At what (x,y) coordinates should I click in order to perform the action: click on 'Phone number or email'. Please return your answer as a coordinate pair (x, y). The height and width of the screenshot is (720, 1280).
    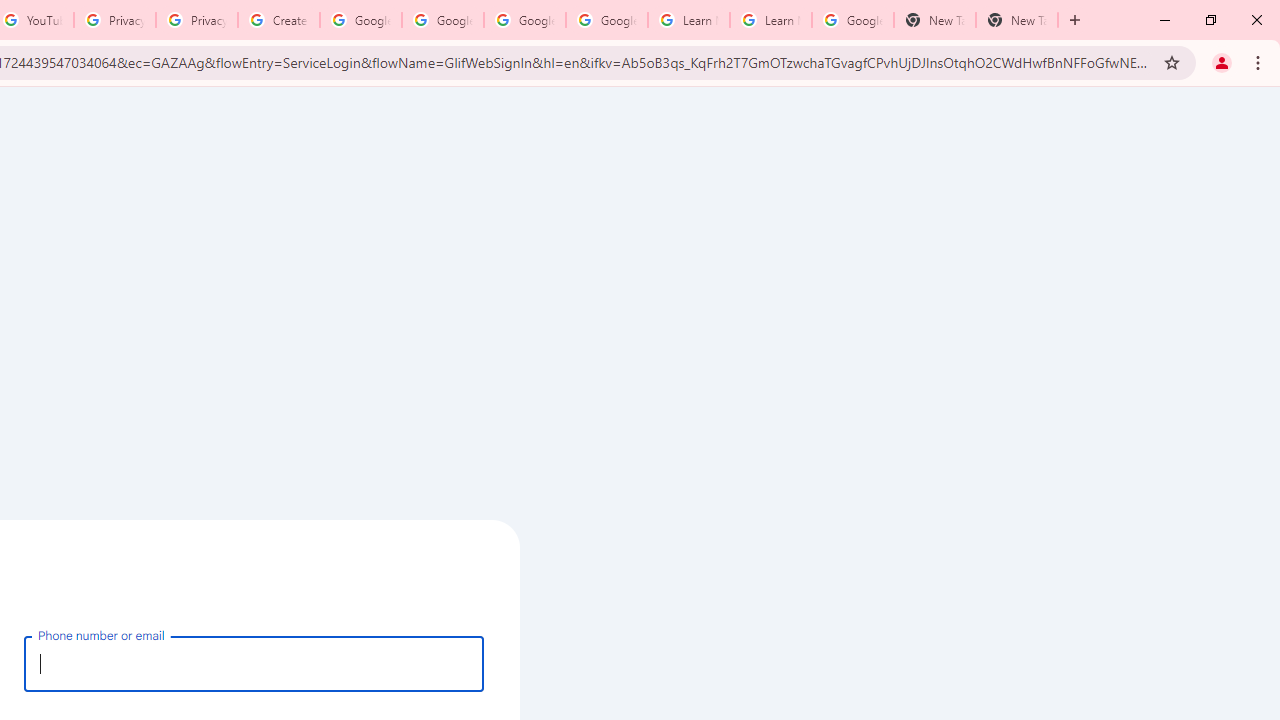
    Looking at the image, I should click on (253, 663).